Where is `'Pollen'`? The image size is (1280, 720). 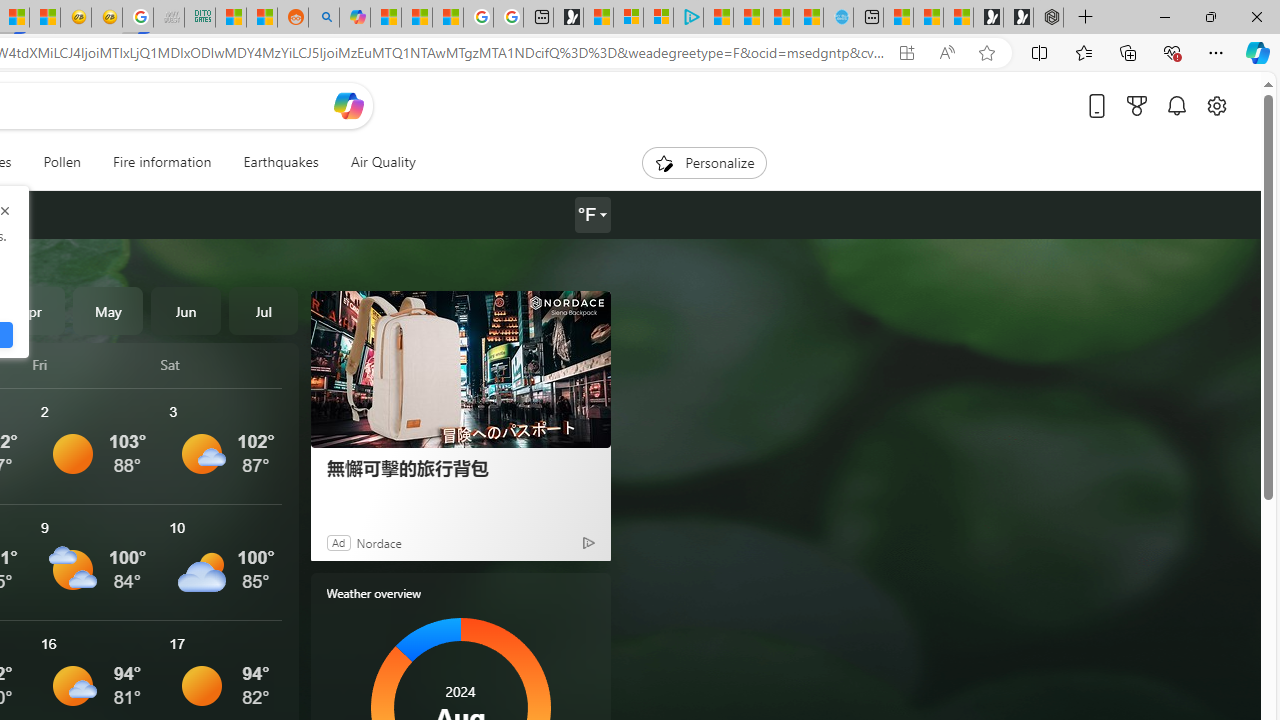
'Pollen' is located at coordinates (62, 162).